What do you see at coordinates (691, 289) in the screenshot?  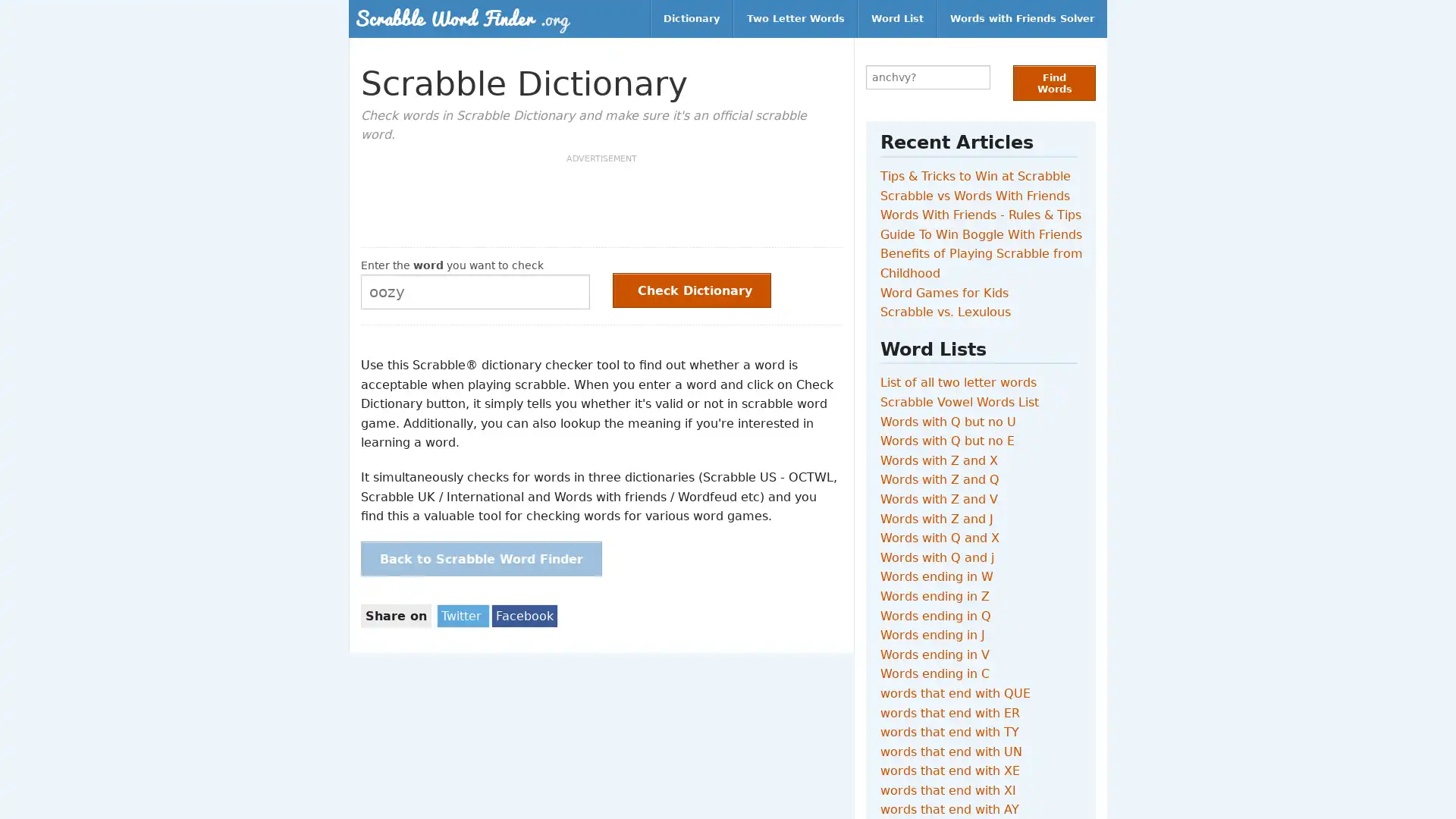 I see `Check Dictionary` at bounding box center [691, 289].